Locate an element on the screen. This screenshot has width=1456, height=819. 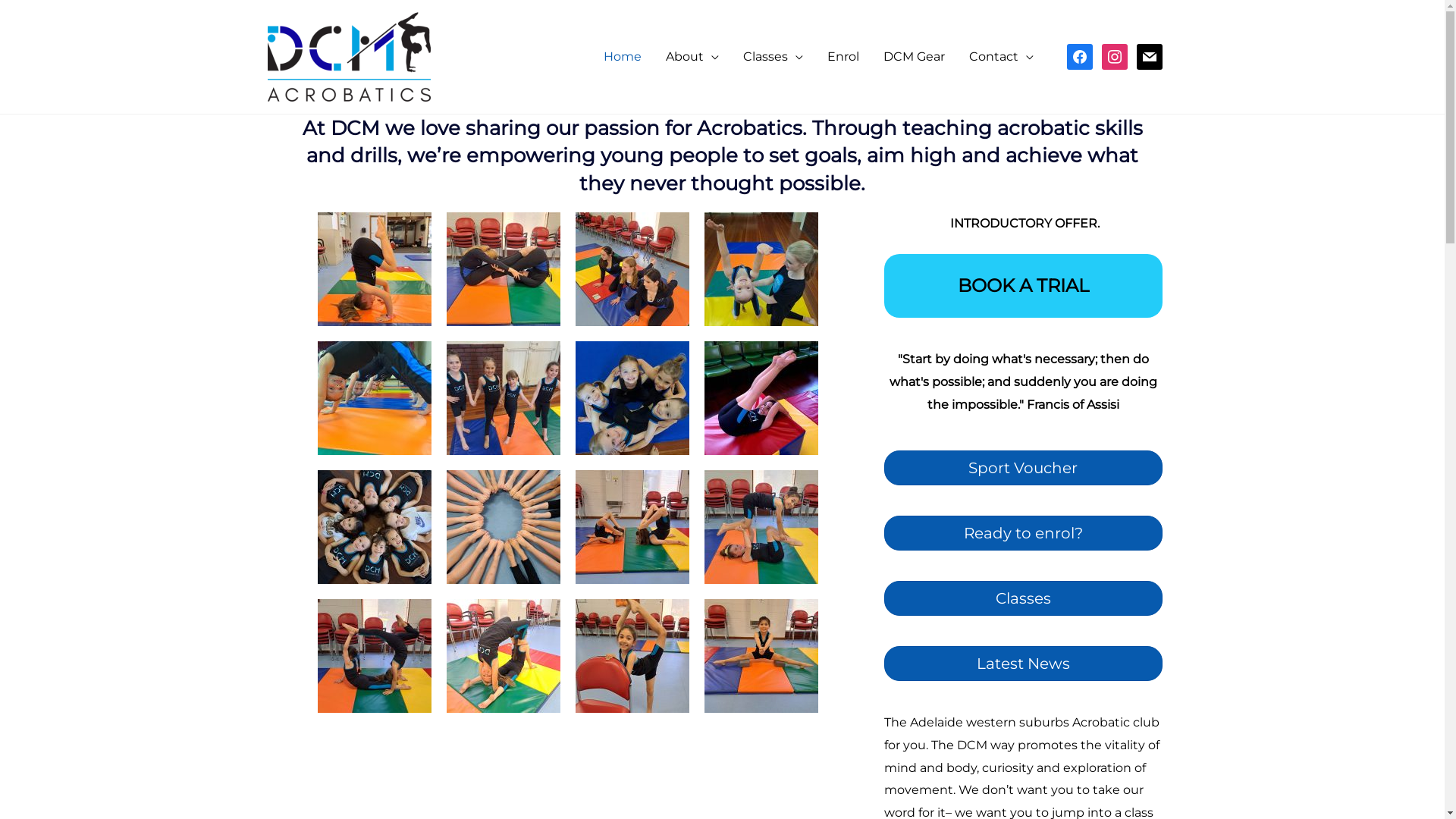
'Ready to enrol?' is located at coordinates (1023, 532).